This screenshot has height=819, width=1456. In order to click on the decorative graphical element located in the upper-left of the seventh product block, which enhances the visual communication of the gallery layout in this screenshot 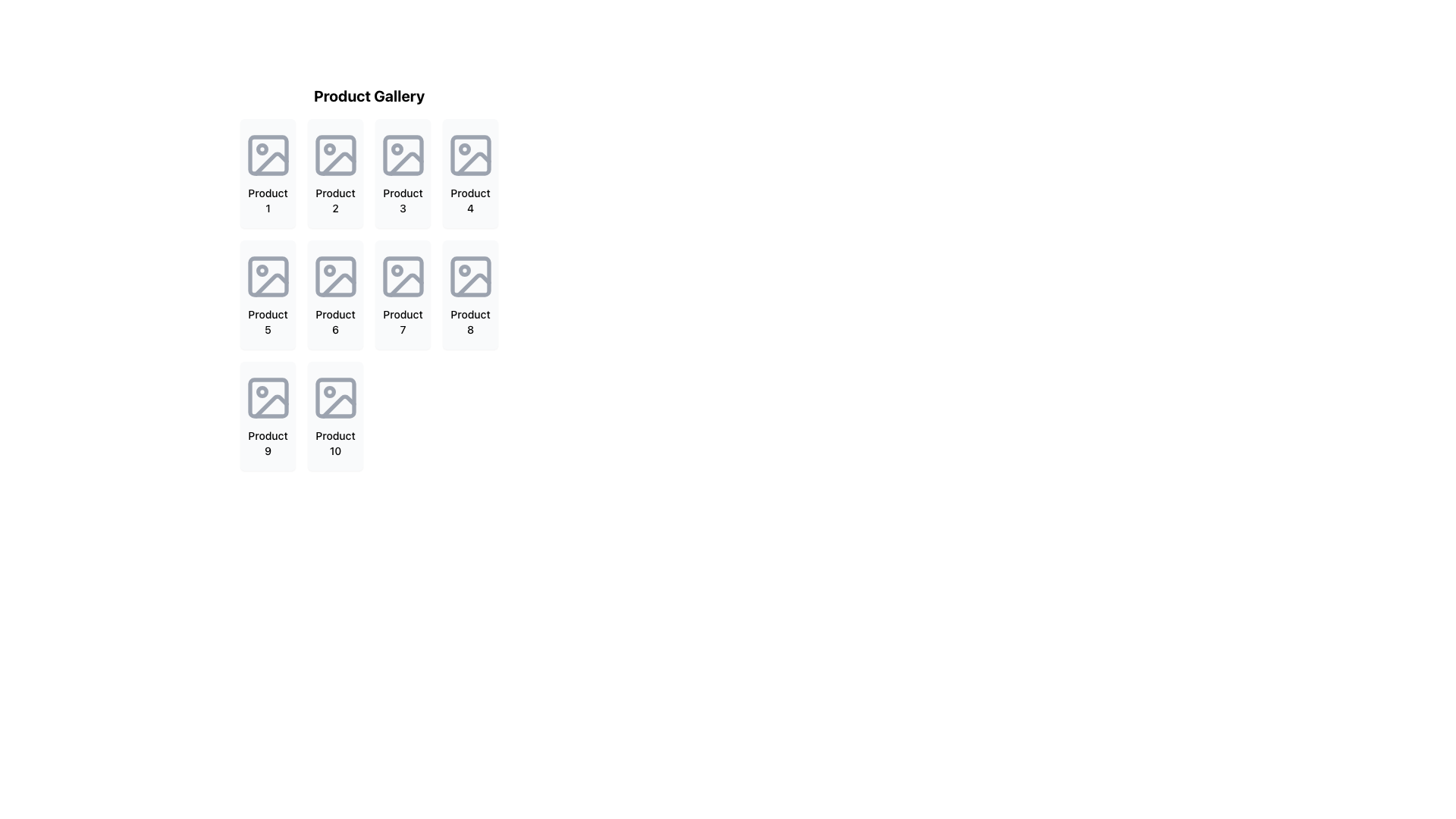, I will do `click(403, 277)`.